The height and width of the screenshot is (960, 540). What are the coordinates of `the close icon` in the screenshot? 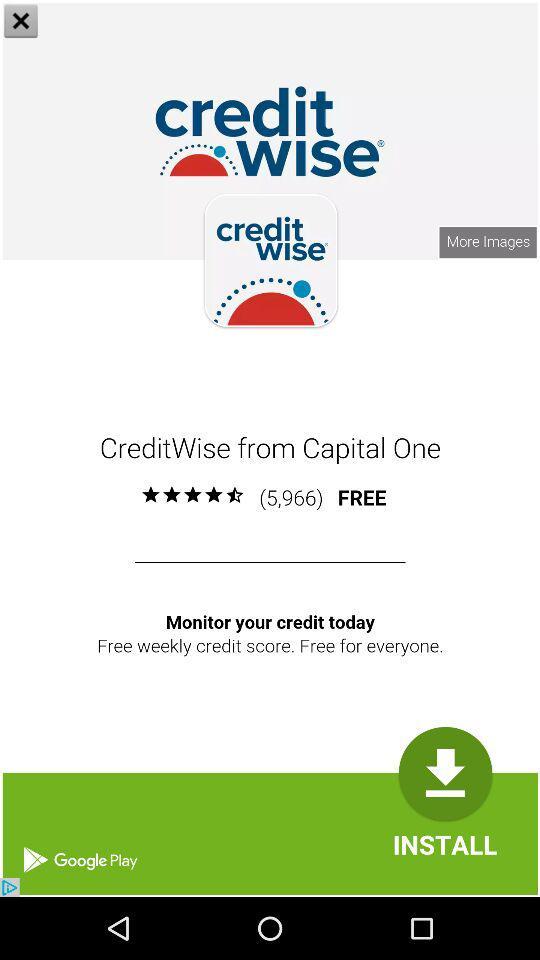 It's located at (20, 21).